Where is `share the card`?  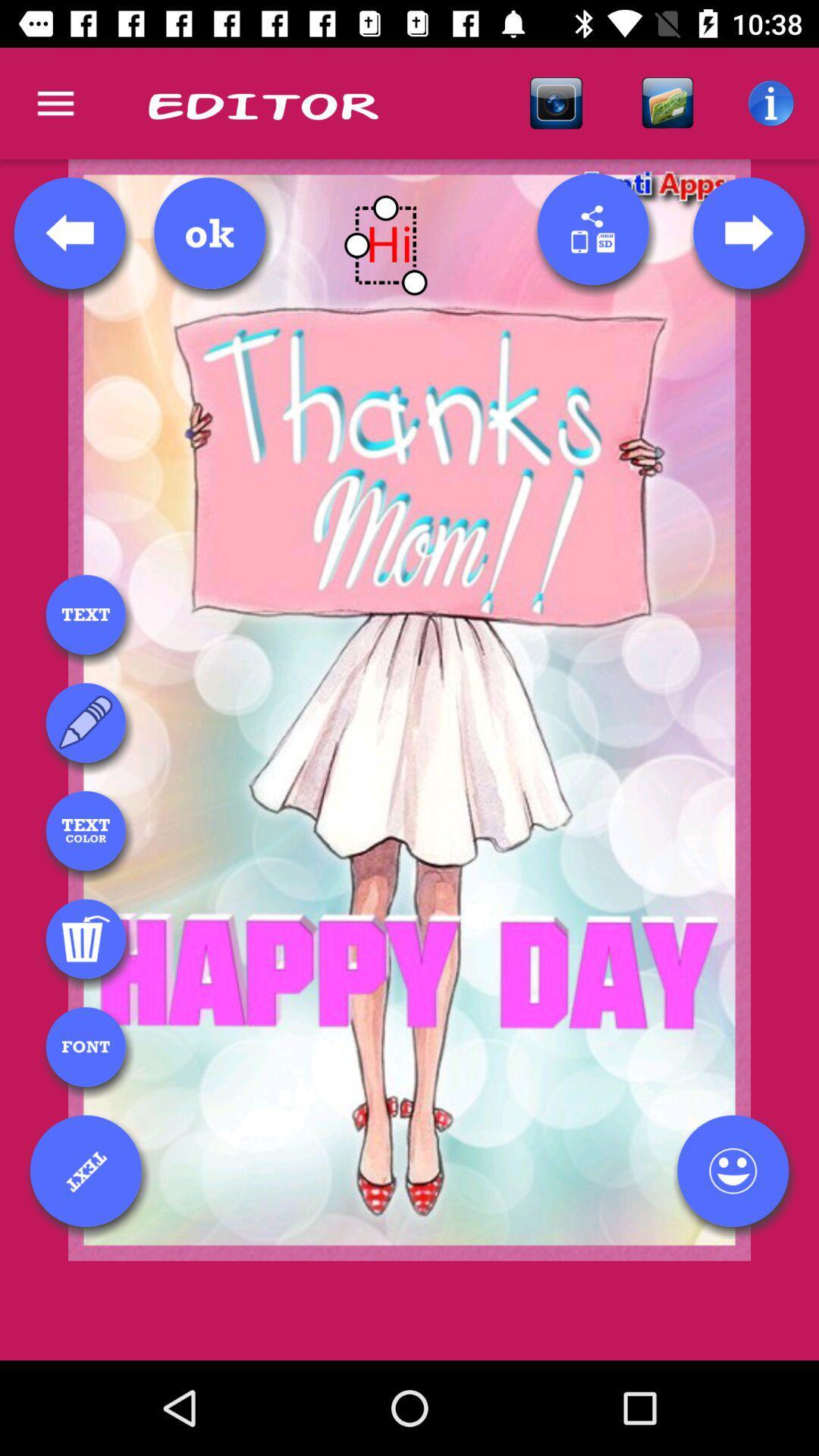 share the card is located at coordinates (592, 228).